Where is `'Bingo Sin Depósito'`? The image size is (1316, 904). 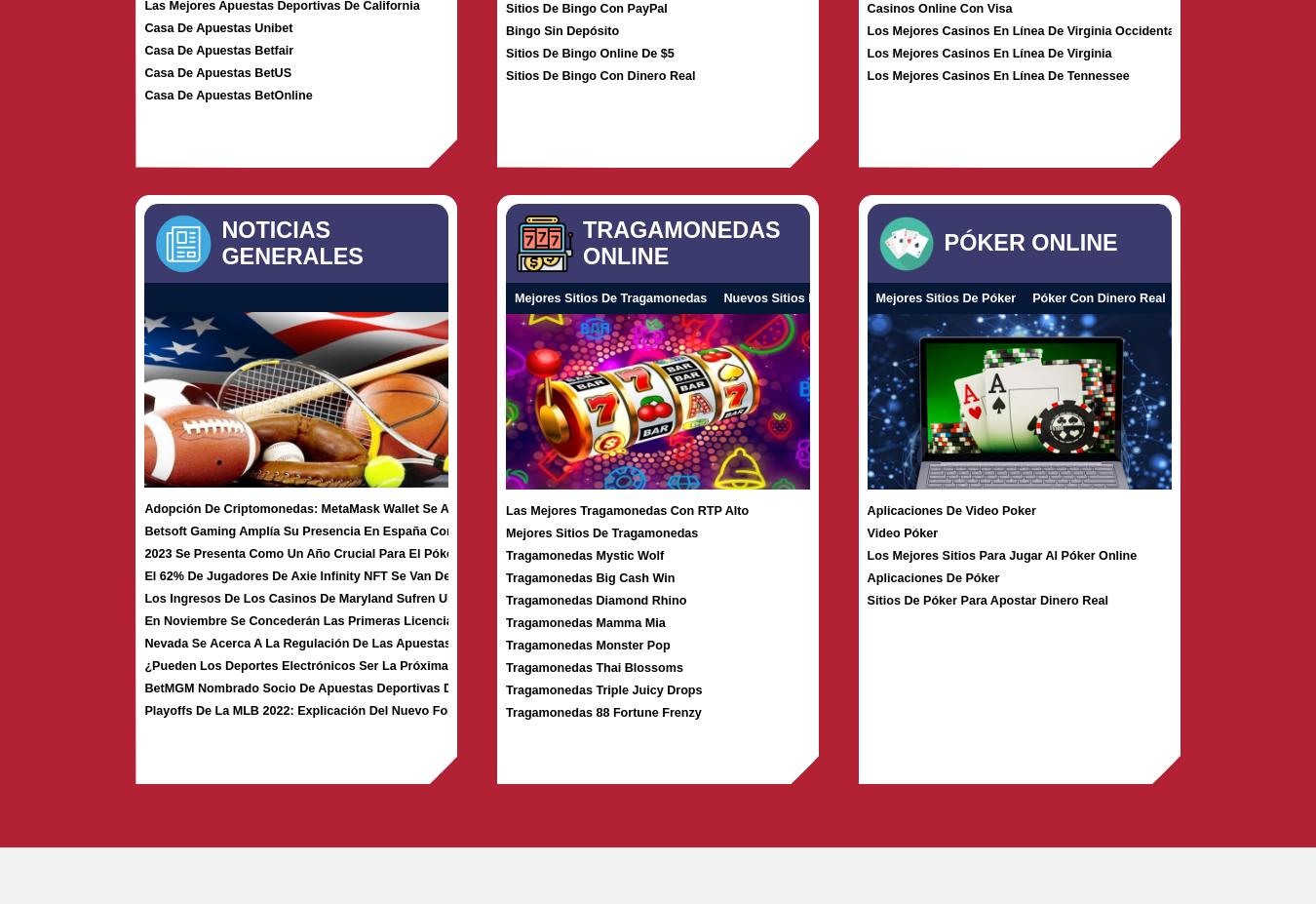 'Bingo Sin Depósito' is located at coordinates (561, 28).